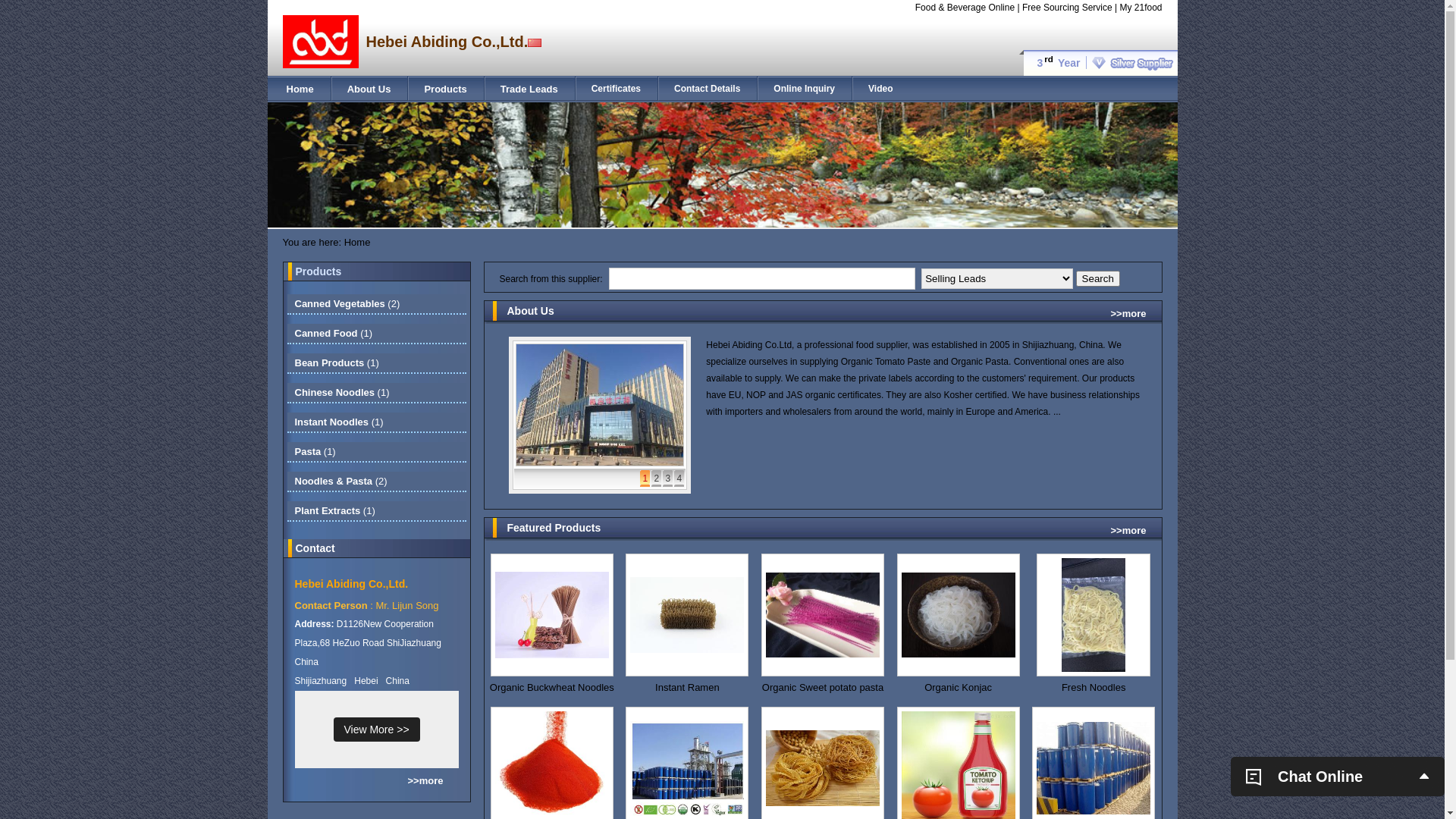  What do you see at coordinates (294, 583) in the screenshot?
I see `'Hebei Abiding Co.,Ltd.'` at bounding box center [294, 583].